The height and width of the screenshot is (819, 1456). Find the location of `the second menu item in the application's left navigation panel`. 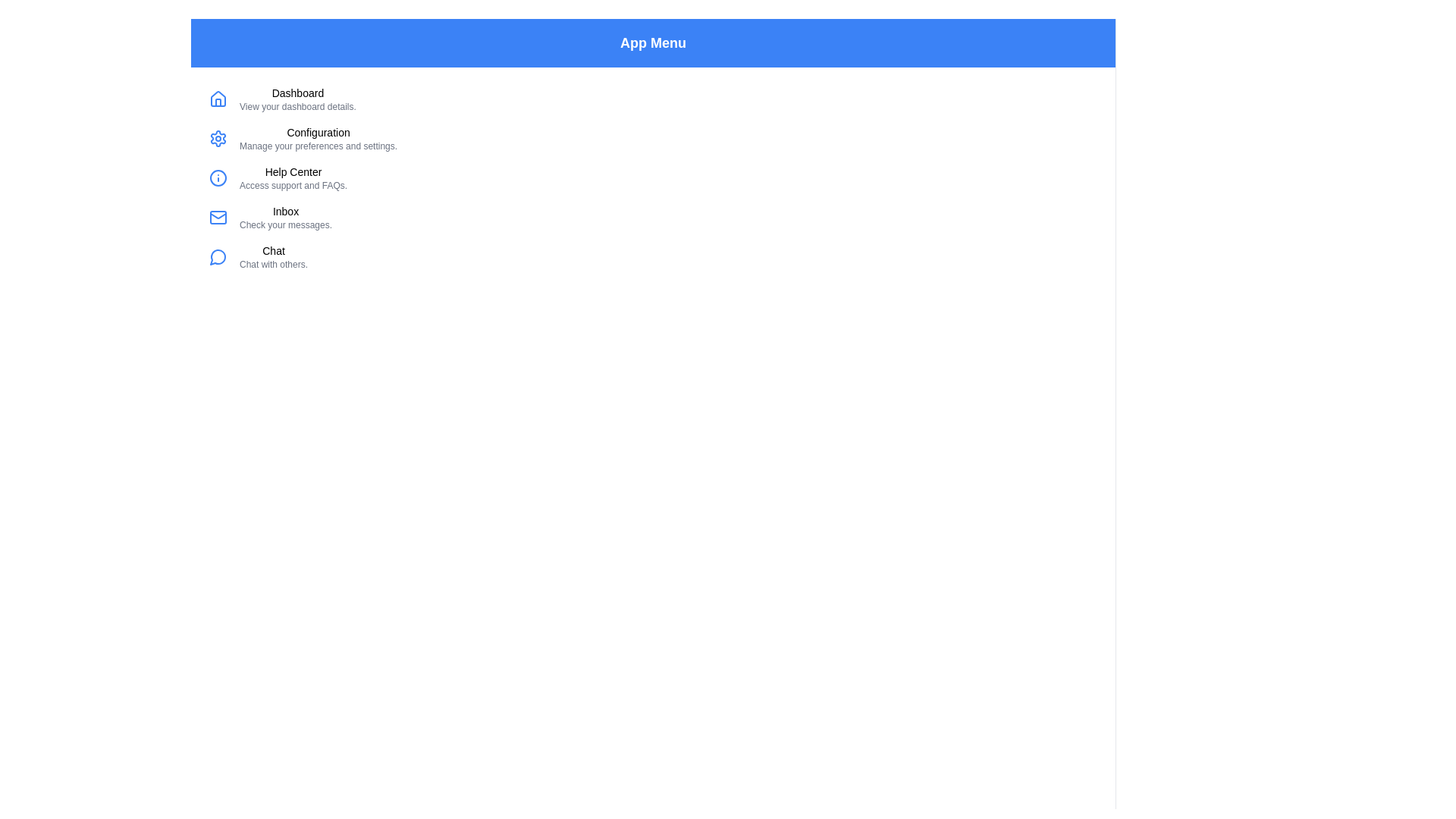

the second menu item in the application's left navigation panel is located at coordinates (318, 138).